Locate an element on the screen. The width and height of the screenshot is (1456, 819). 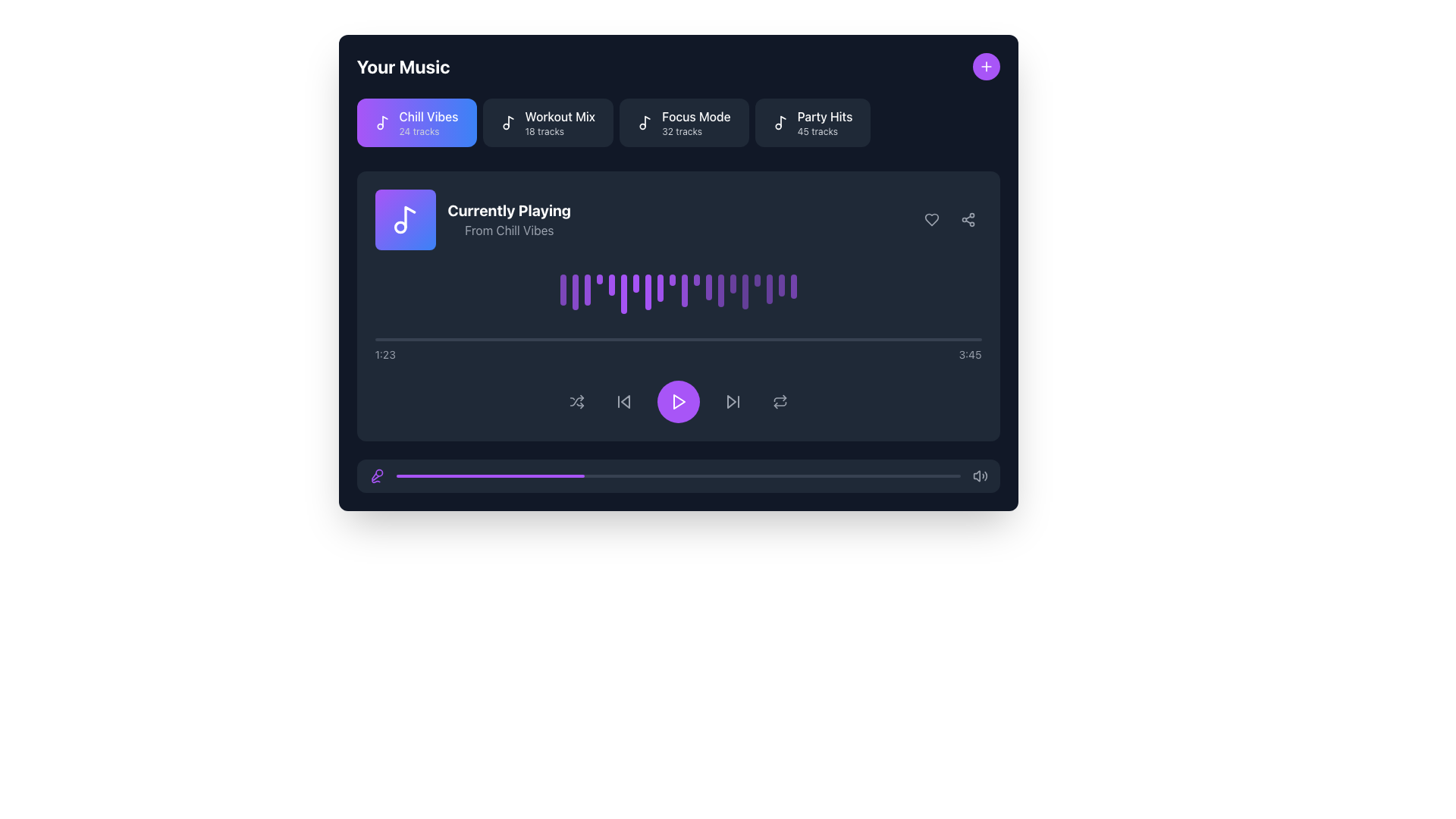
the square button with a gradient background that displays a white musical note icon, located to the left of the 'Currently Playing' text in the 'Currently Playing' section is located at coordinates (405, 219).